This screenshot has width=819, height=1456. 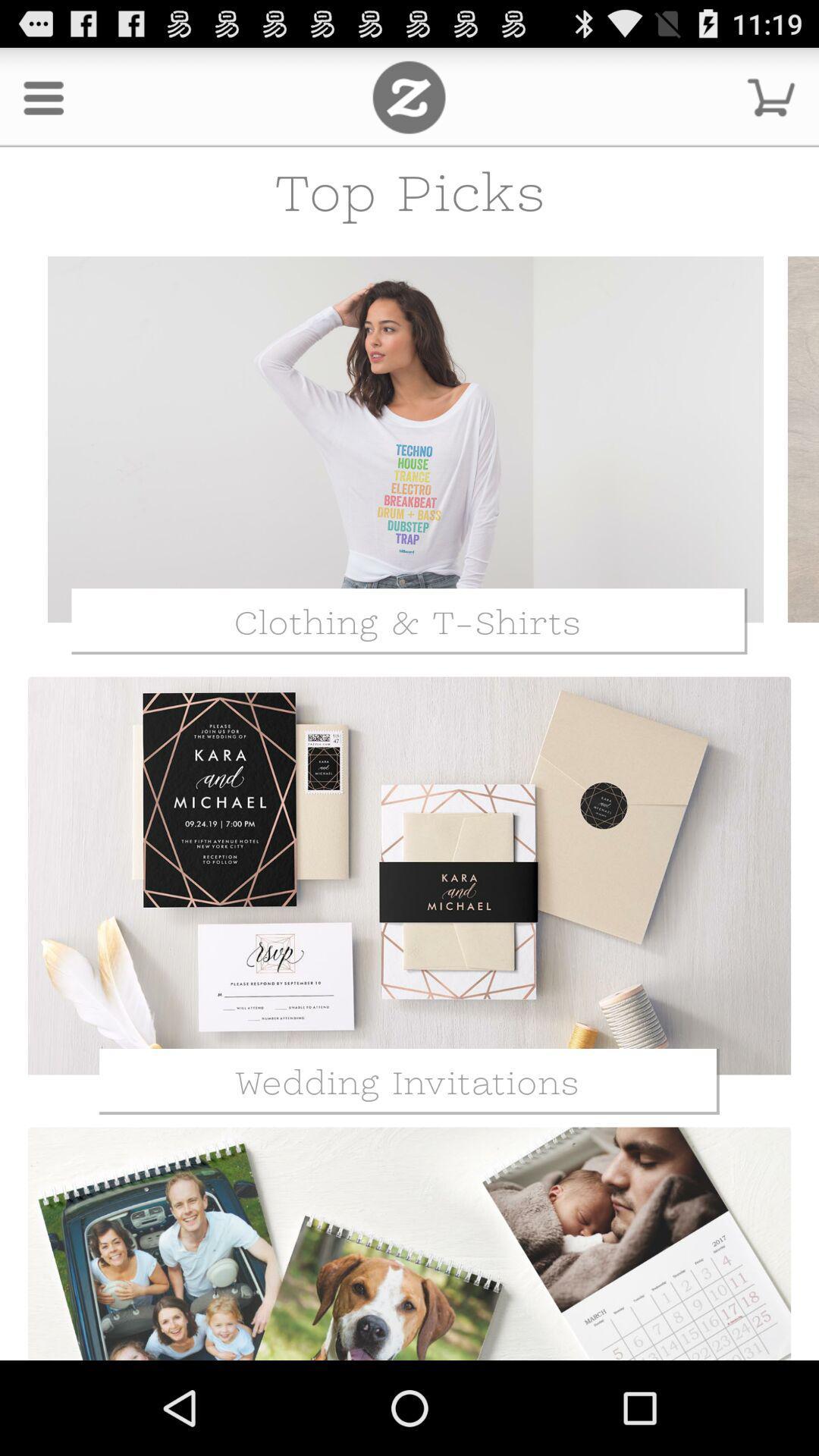 I want to click on the menu icon, so click(x=42, y=103).